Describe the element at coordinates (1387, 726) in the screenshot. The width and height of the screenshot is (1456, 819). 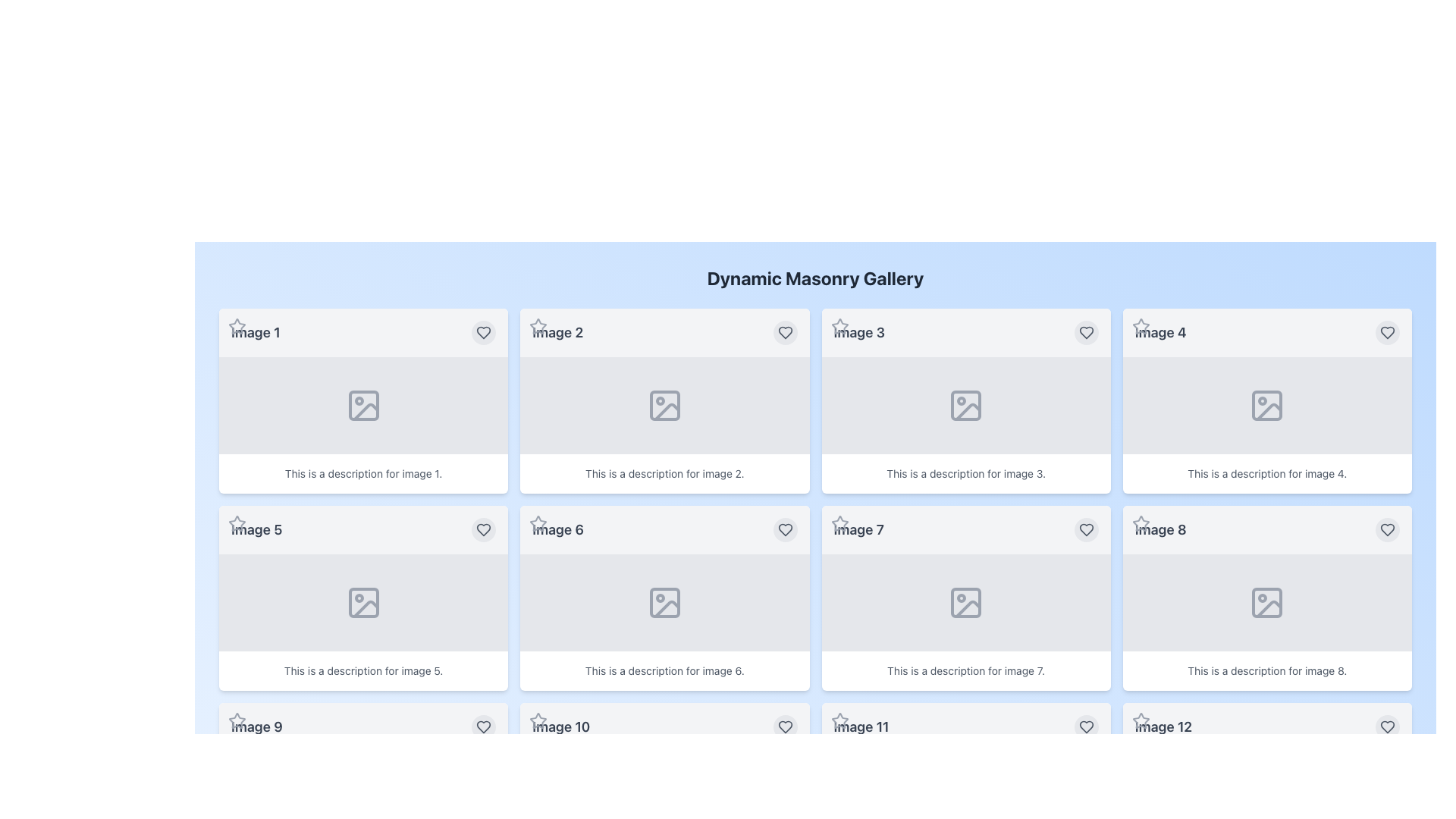
I see `the heart icon within the circular button located at the bottom-right corner of the 'Image 12' card` at that location.